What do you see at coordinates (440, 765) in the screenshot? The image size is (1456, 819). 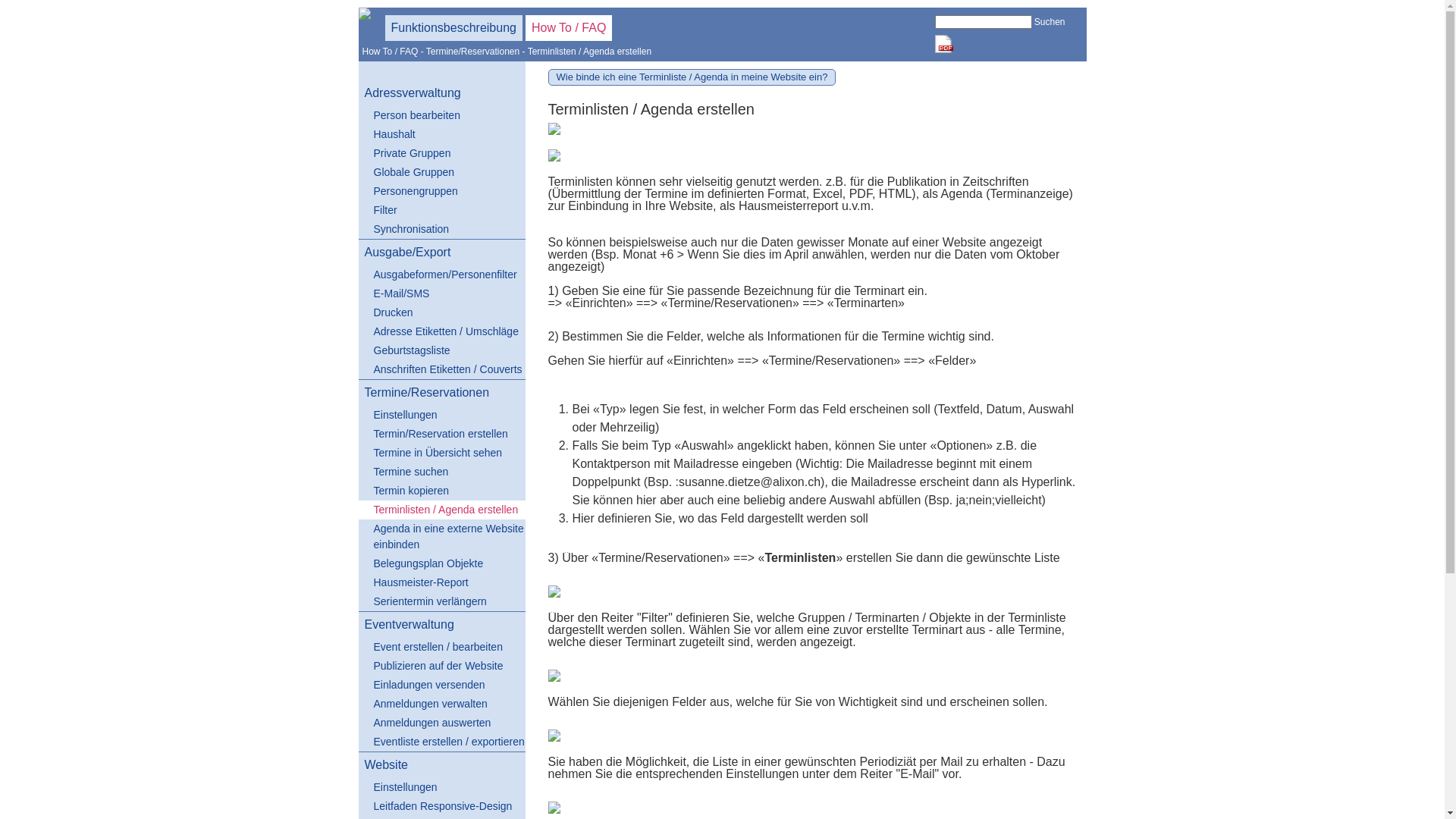 I see `'Website'` at bounding box center [440, 765].